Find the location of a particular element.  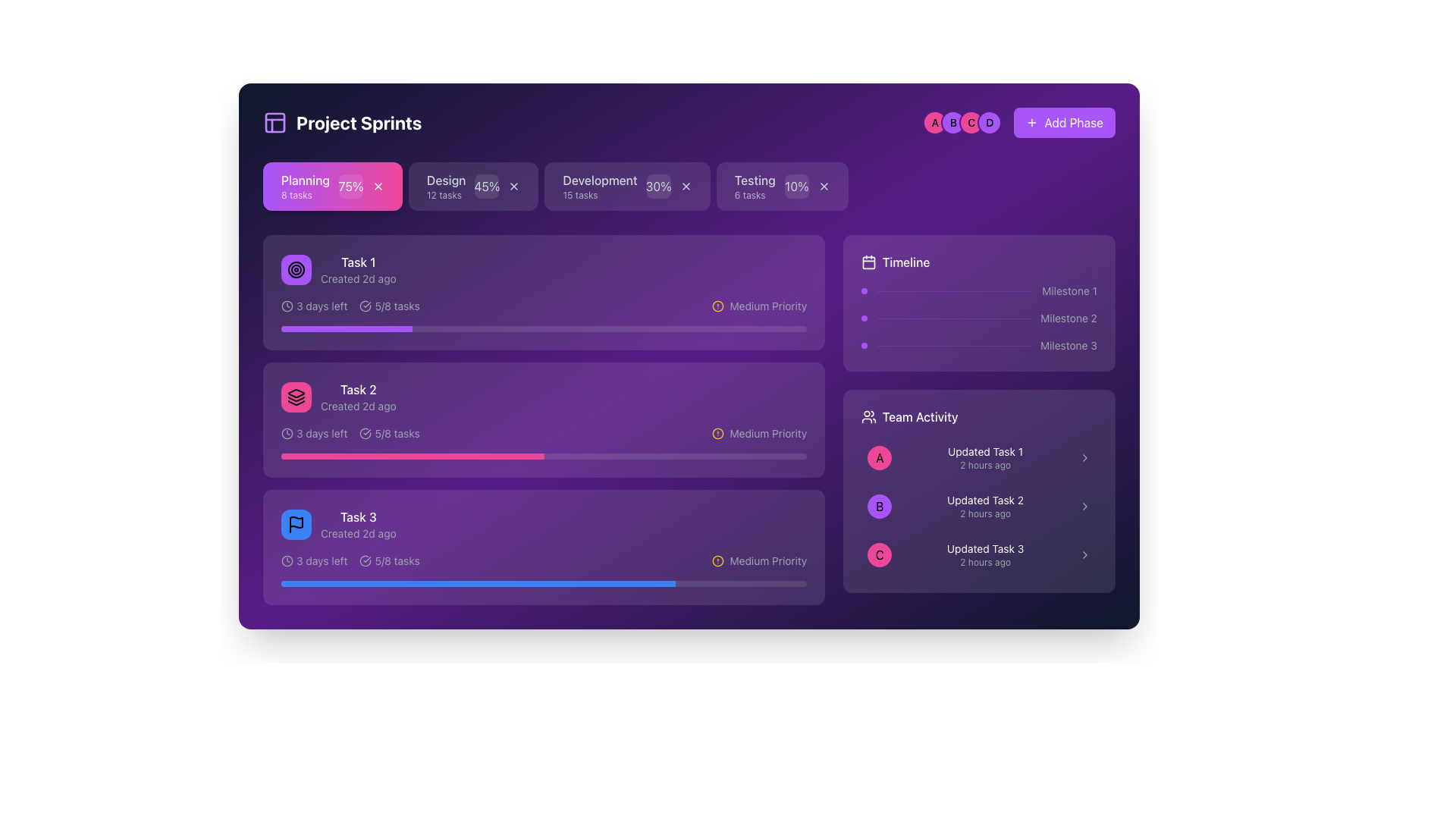

the 'Development' text label is located at coordinates (599, 180).